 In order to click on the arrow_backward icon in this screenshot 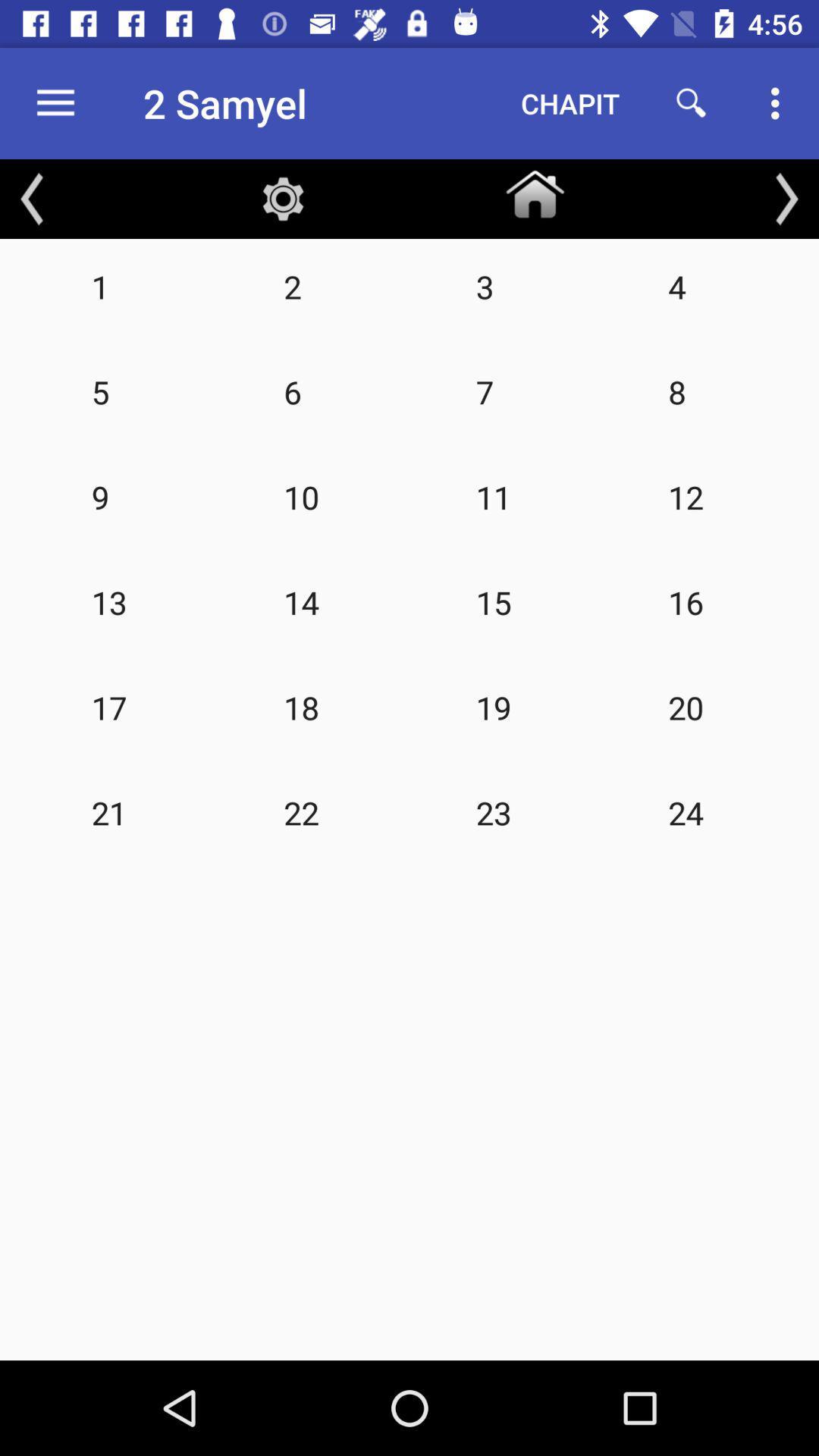, I will do `click(32, 198)`.